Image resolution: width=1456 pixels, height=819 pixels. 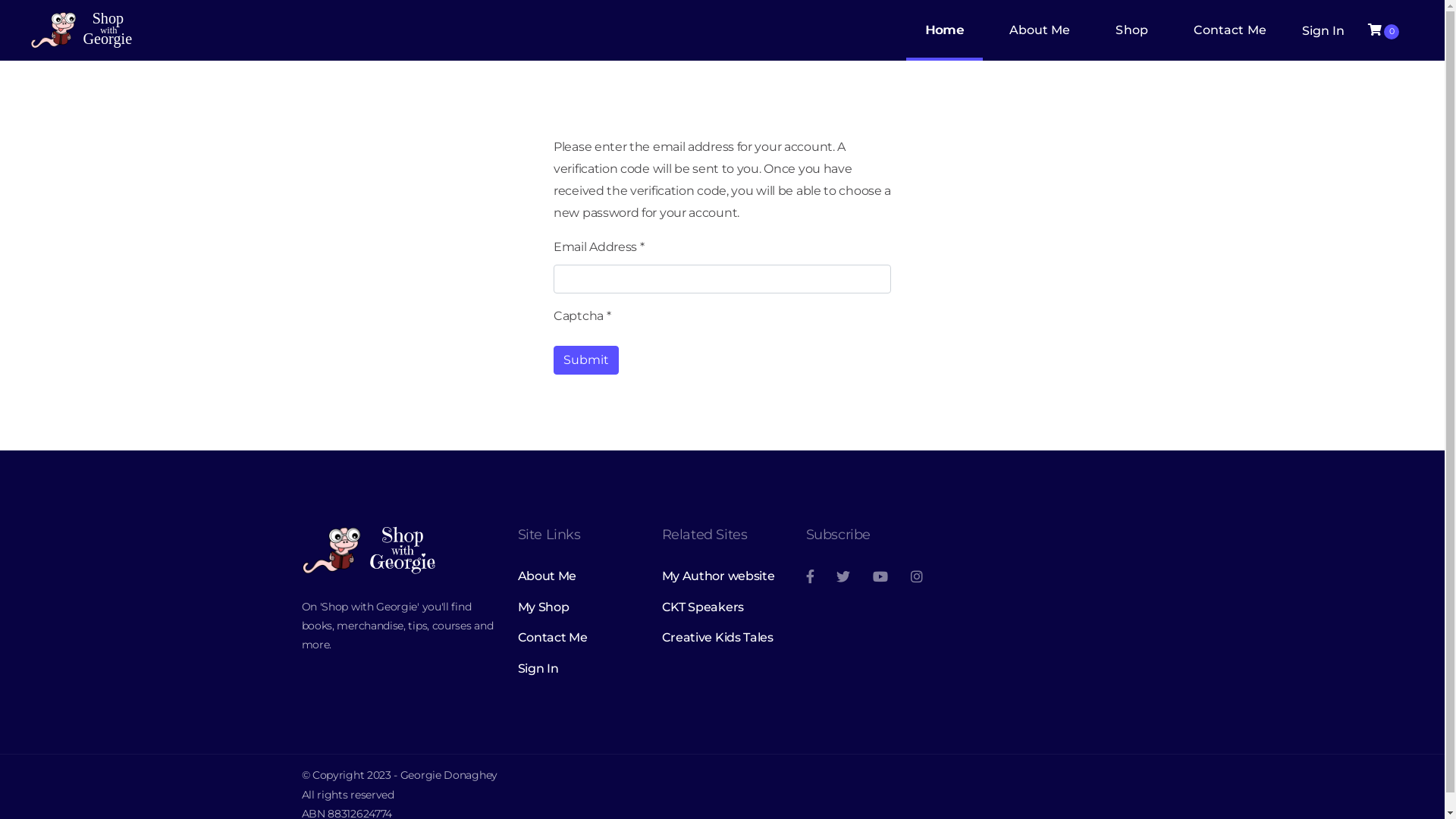 I want to click on 'My Shop', so click(x=577, y=607).